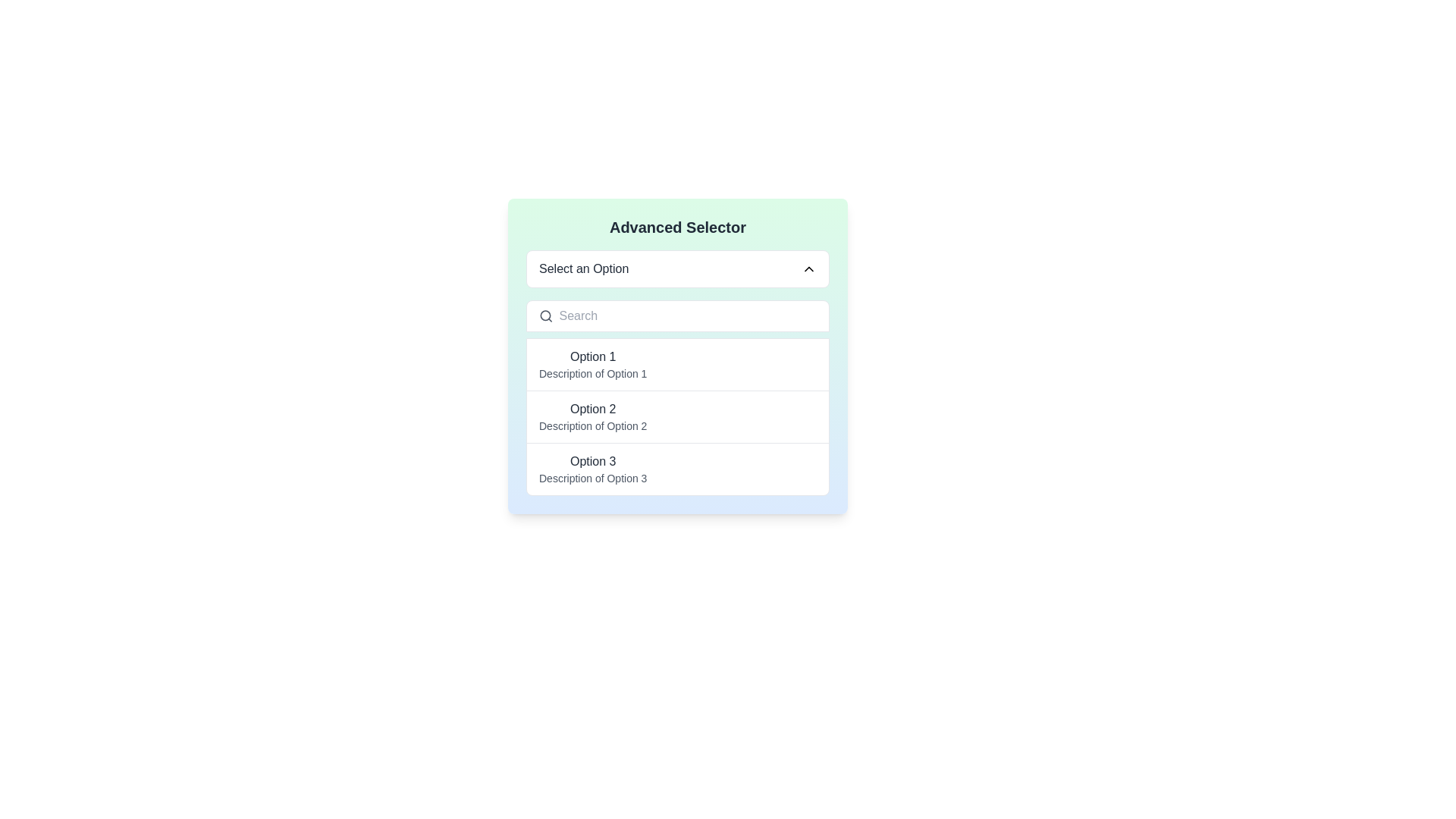 The height and width of the screenshot is (819, 1456). What do you see at coordinates (592, 426) in the screenshot?
I see `the text label displaying 'Description of Option 2', which is styled in gray color and located below 'Option 2' in the dropdown menu` at bounding box center [592, 426].